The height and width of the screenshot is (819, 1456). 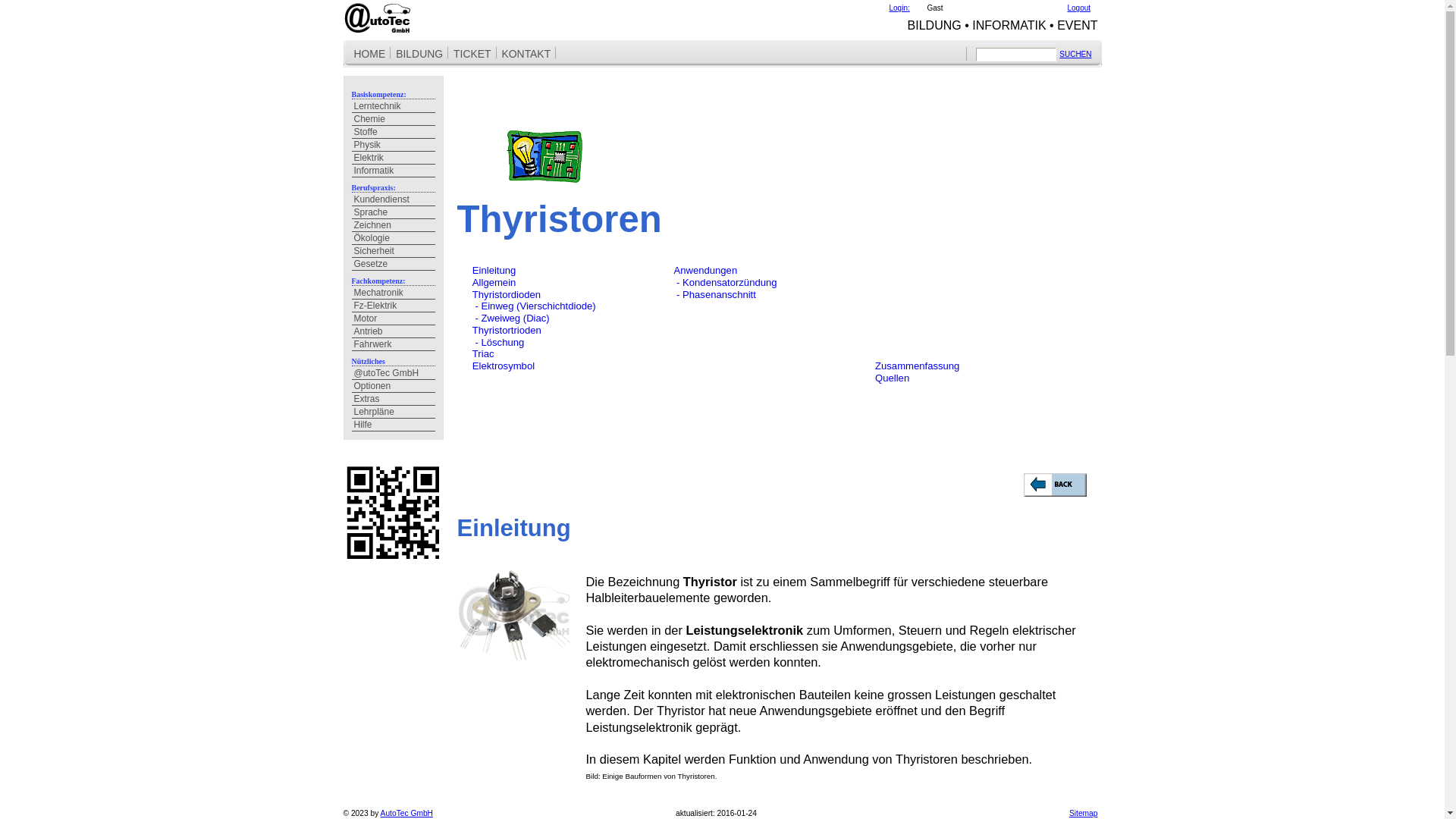 What do you see at coordinates (393, 263) in the screenshot?
I see `'Gesetze'` at bounding box center [393, 263].